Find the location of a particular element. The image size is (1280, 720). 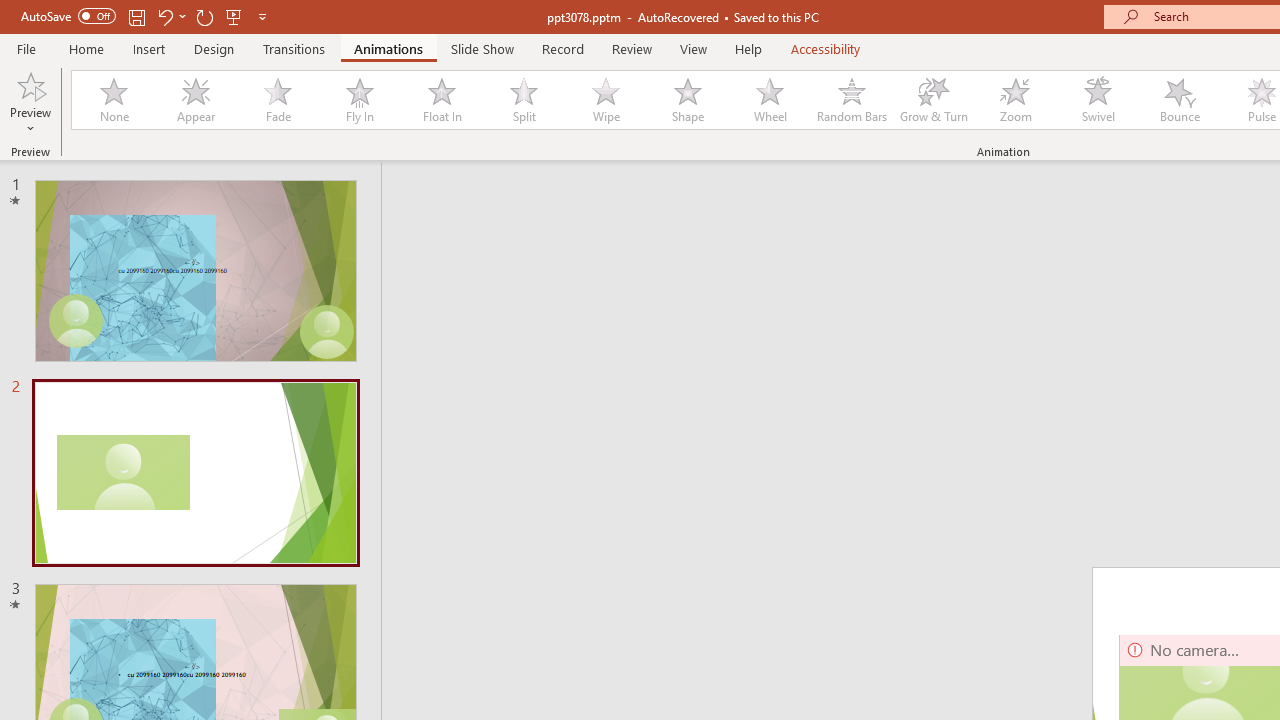

'Save' is located at coordinates (135, 16).